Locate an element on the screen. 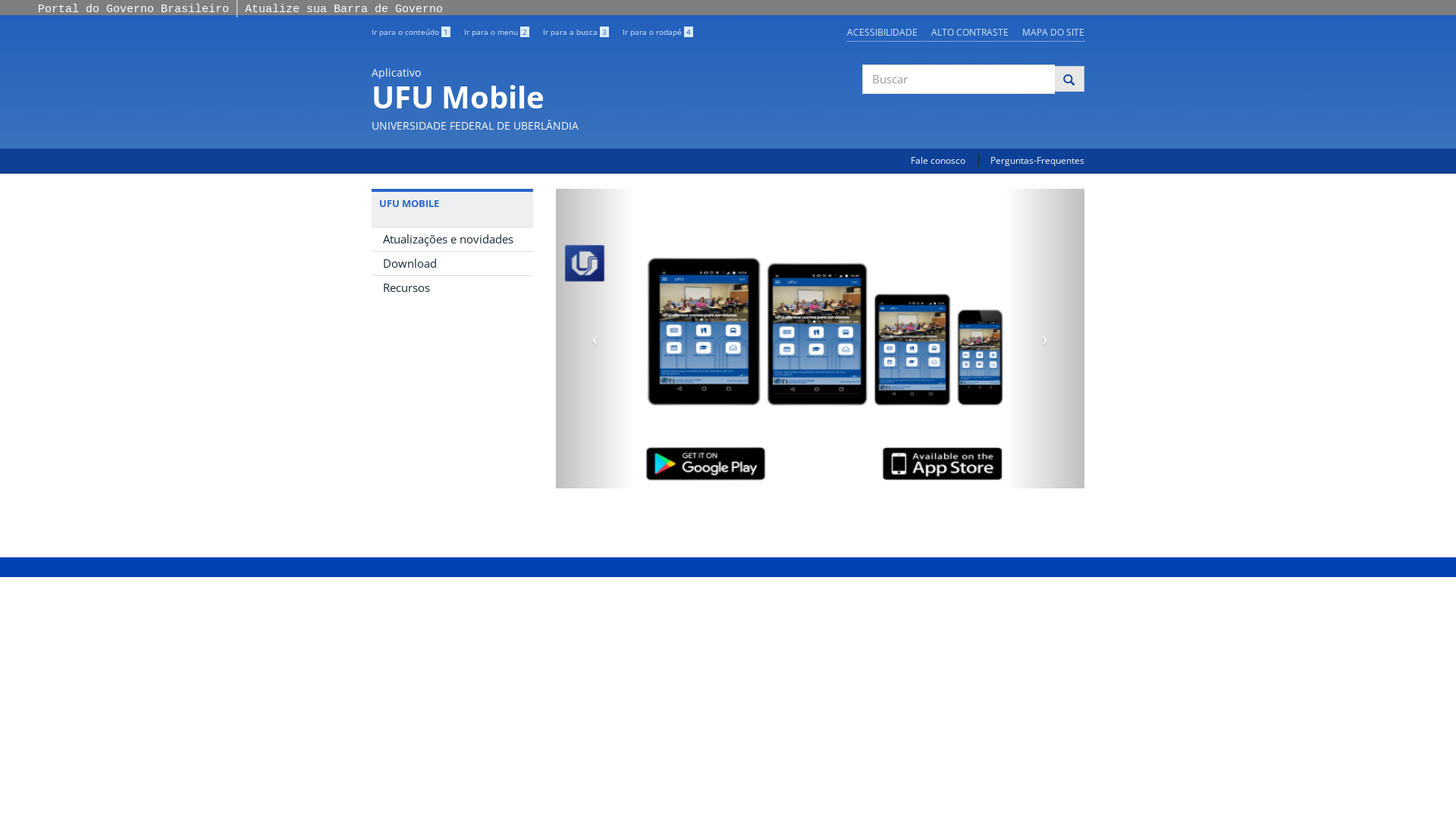 The width and height of the screenshot is (1456, 819). 'Perguntas-Frequentes' is located at coordinates (1037, 160).